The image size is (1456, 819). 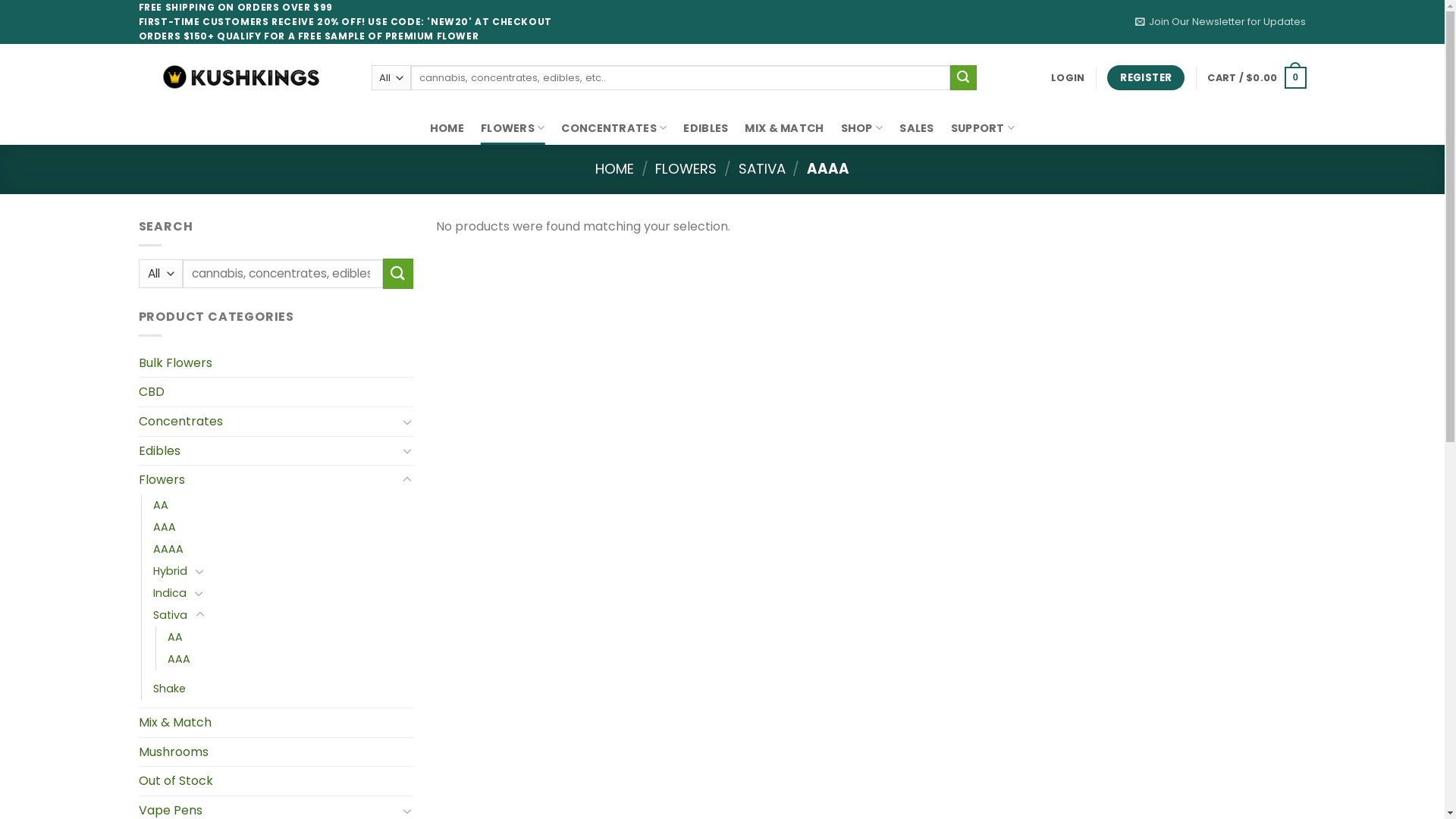 I want to click on 'AAA', so click(x=164, y=526).